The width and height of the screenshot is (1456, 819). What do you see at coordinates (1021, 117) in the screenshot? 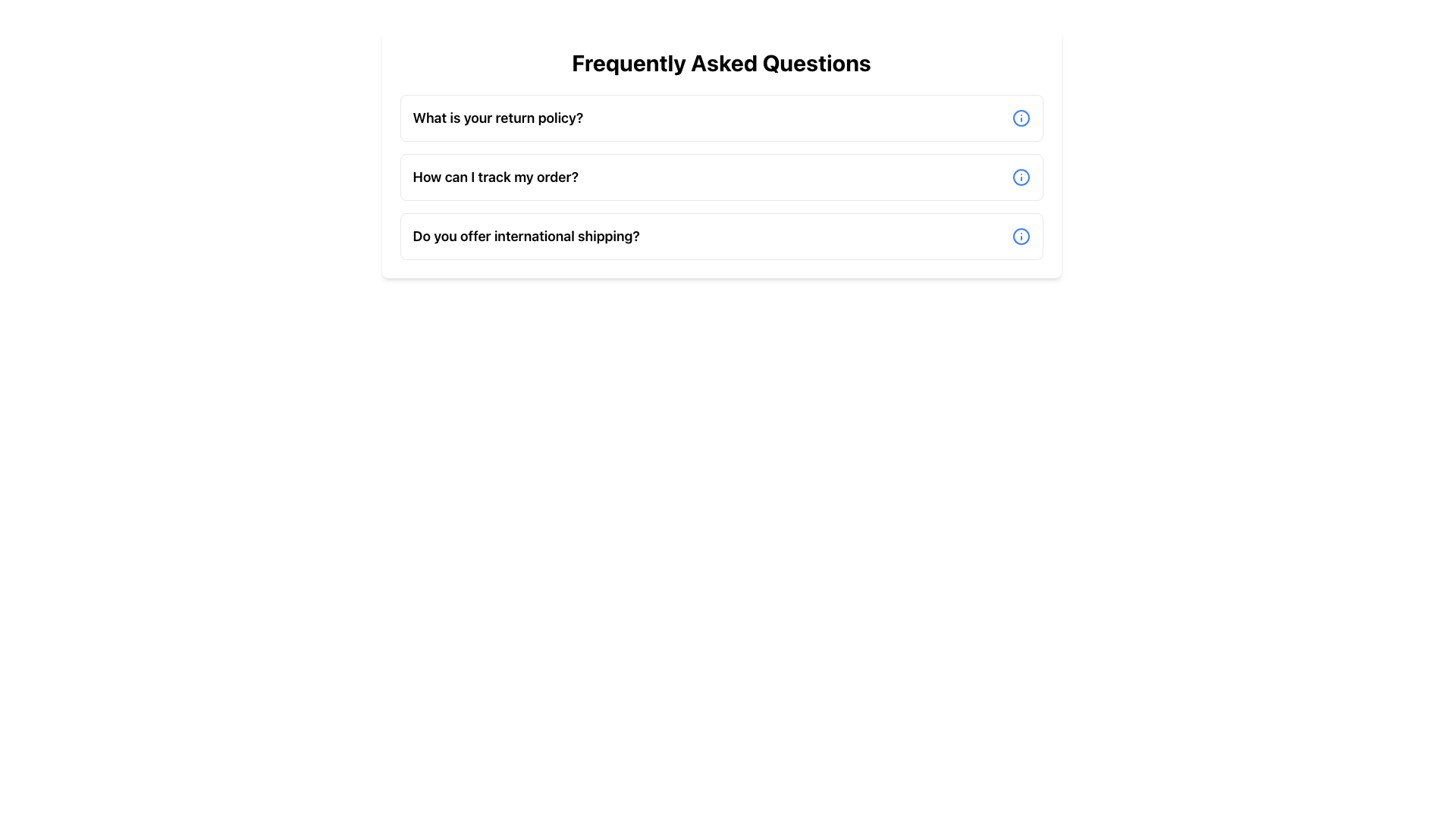
I see `the information icon located to the far right of the 'What is your return policy?' text in the Frequently Asked Questions section` at bounding box center [1021, 117].